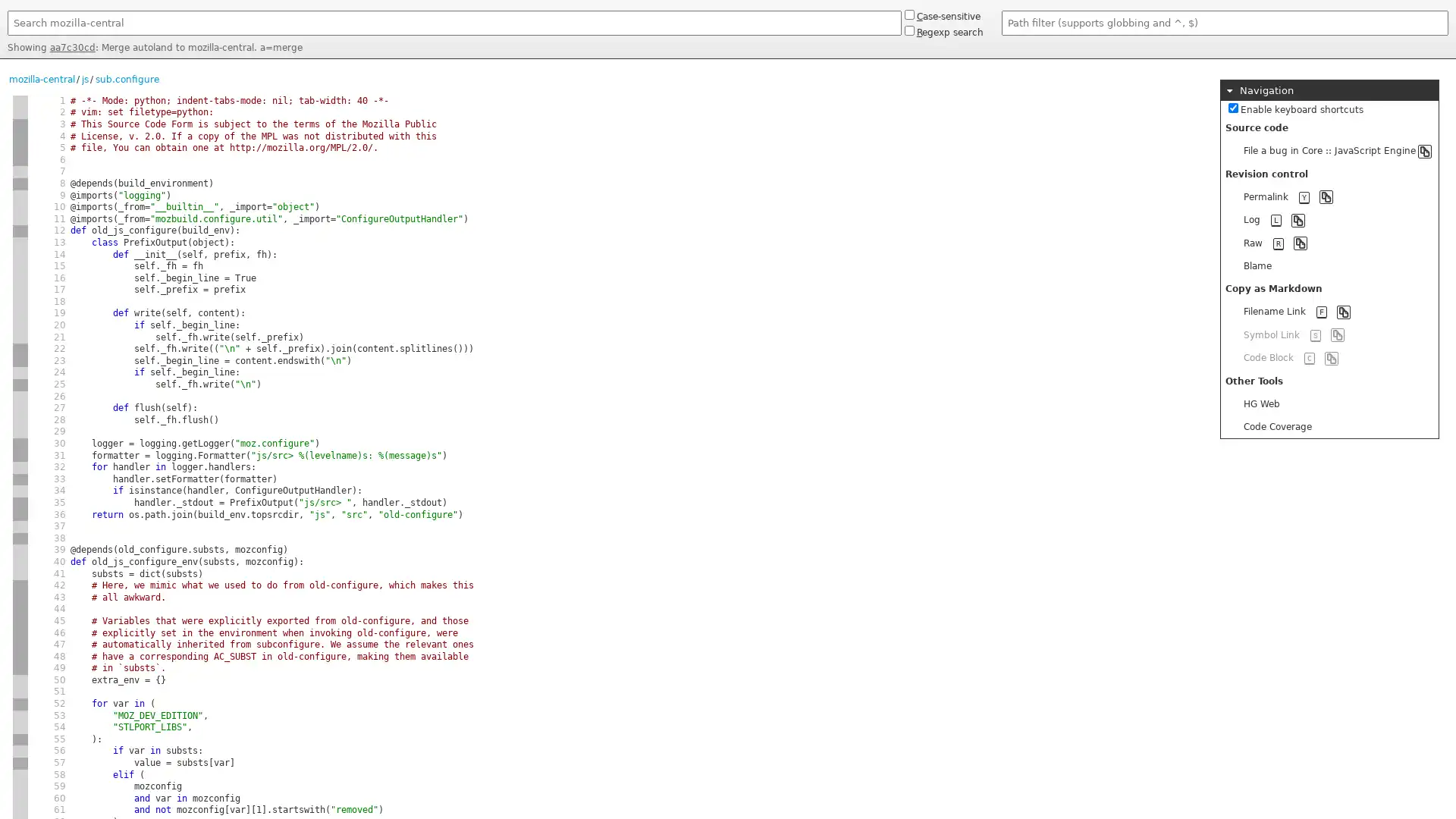  I want to click on same hash 3, so click(20, 219).